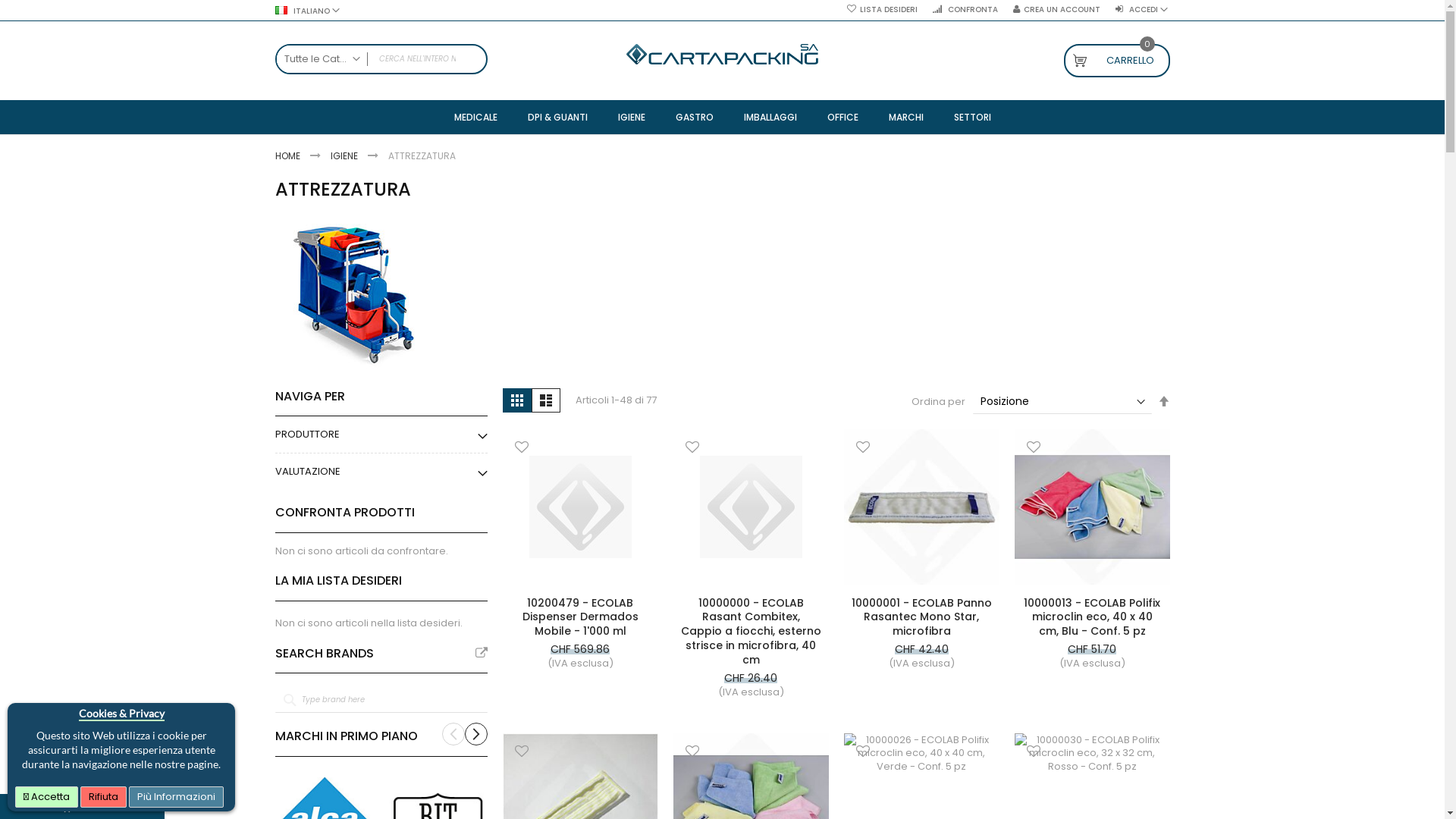 The image size is (1456, 819). Describe the element at coordinates (1163, 400) in the screenshot. I see `'Imposta la direzione decrescente'` at that location.